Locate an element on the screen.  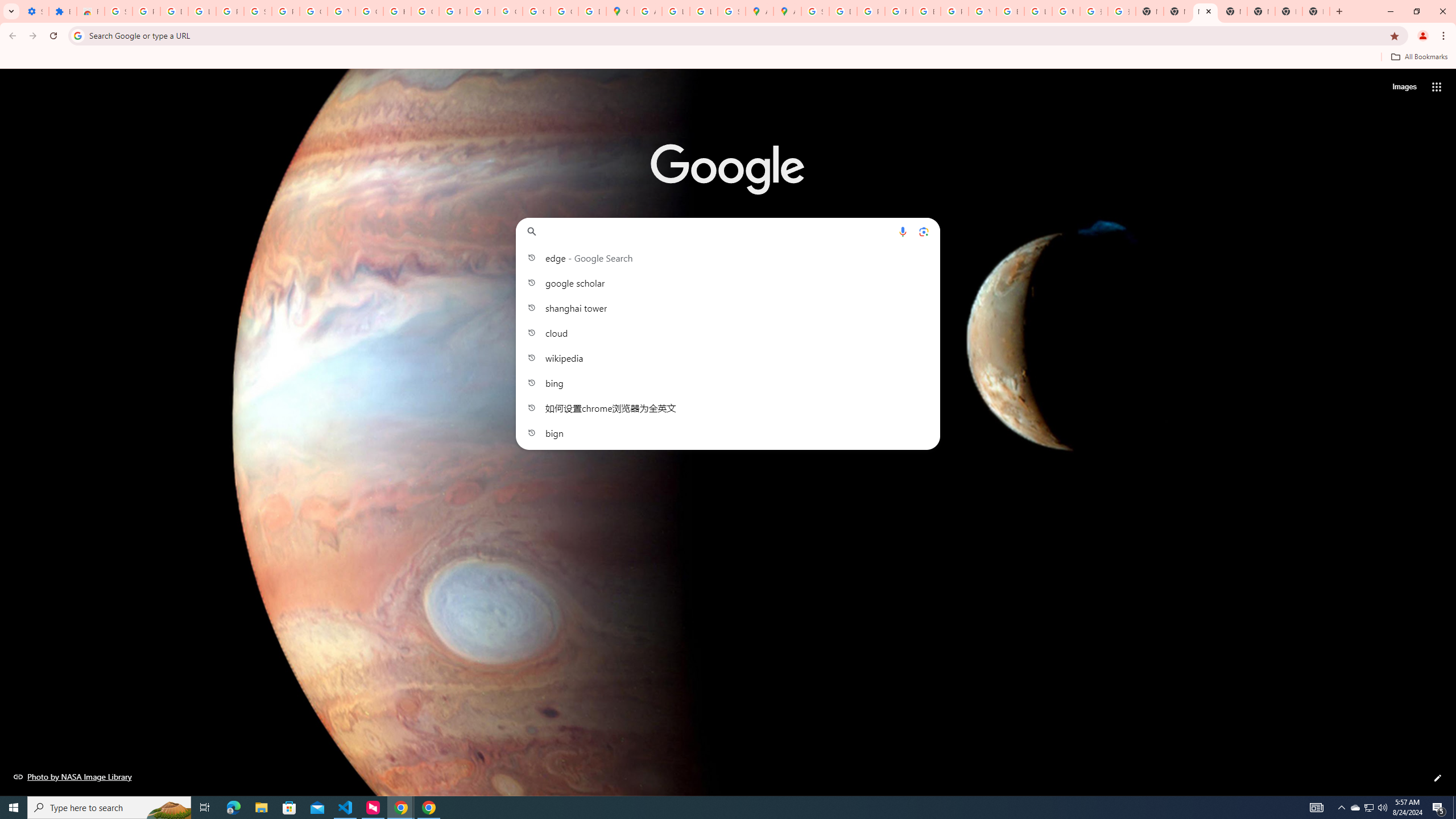
'Photo by NASA Image Library' is located at coordinates (72, 776).